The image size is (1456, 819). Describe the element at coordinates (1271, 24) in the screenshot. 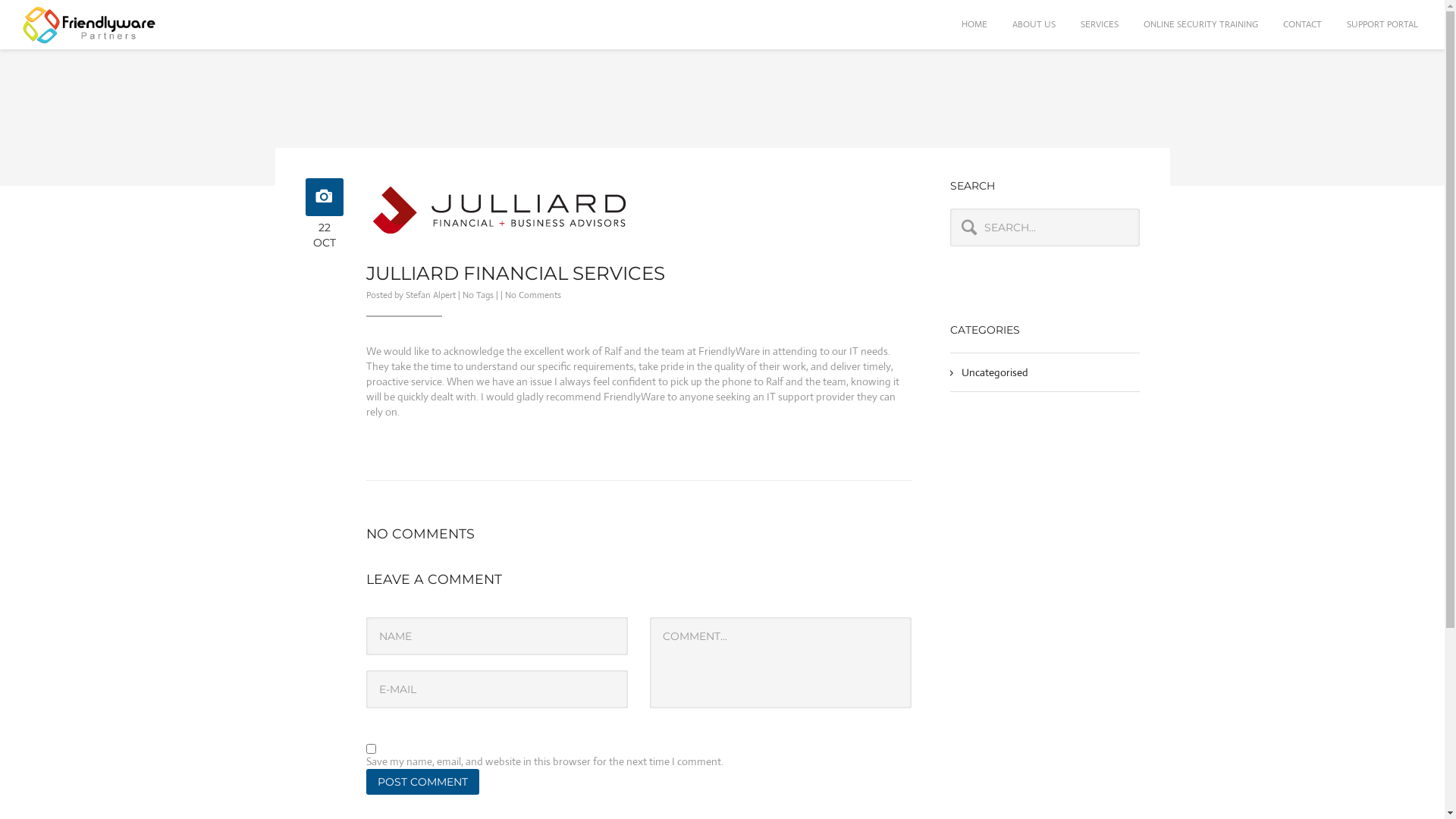

I see `'CONTACT'` at that location.